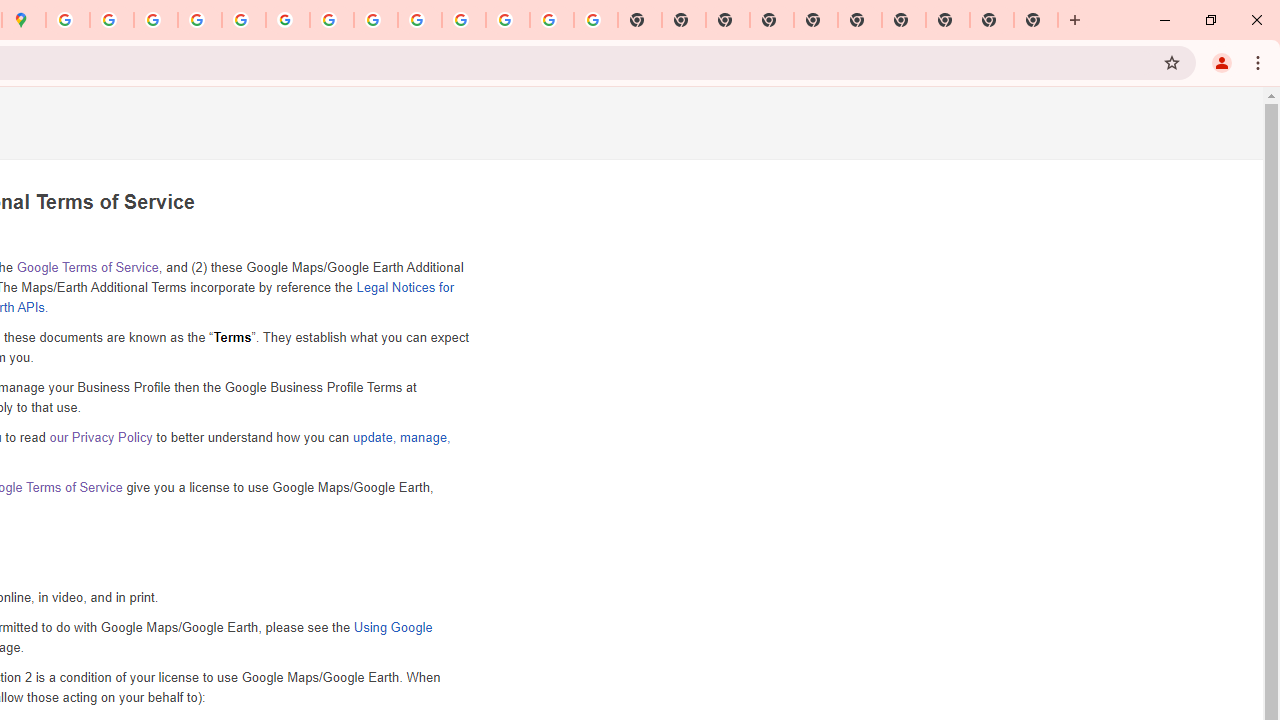 This screenshot has width=1280, height=720. I want to click on 'Google Terms of Service', so click(86, 266).